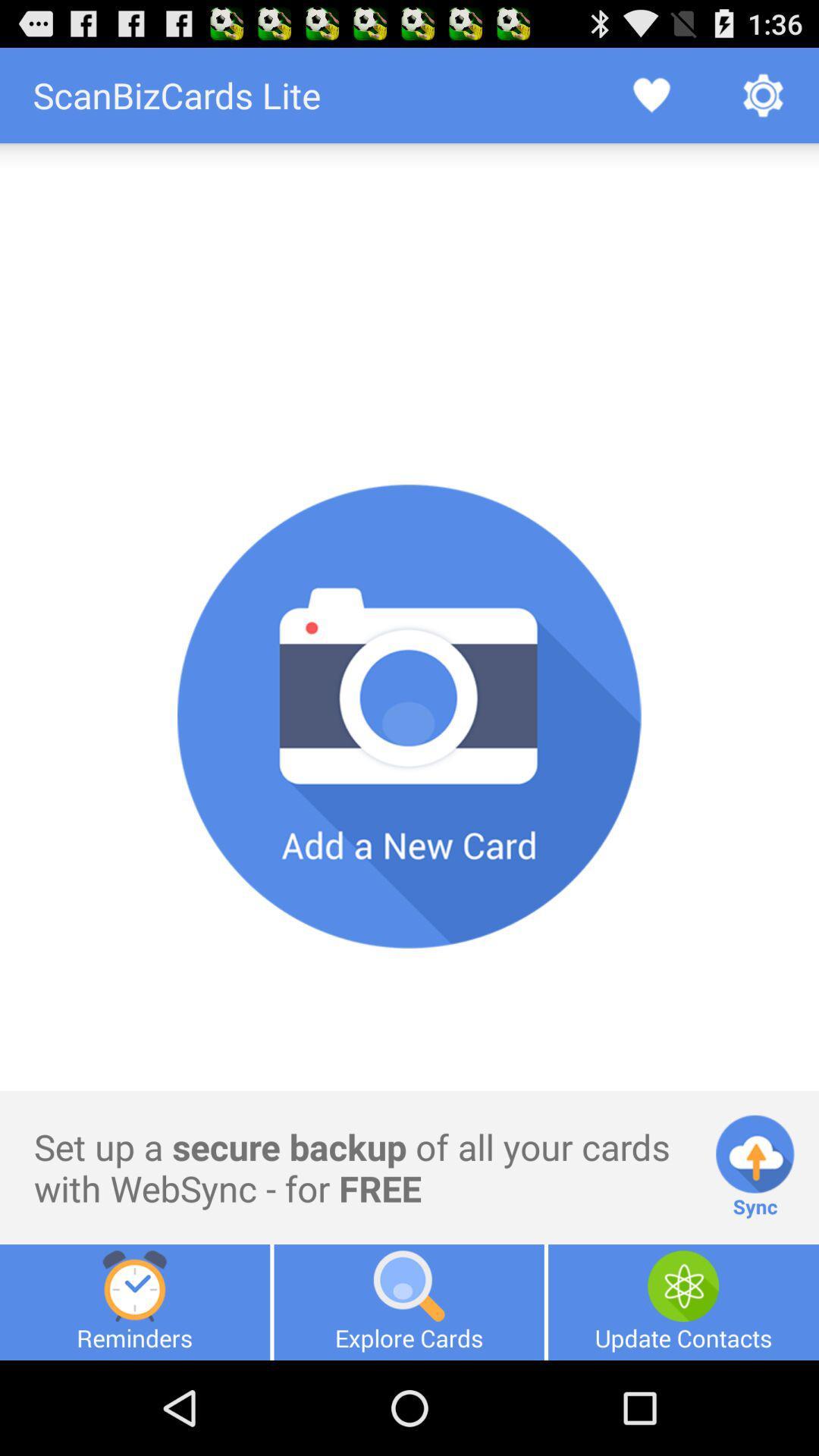 This screenshot has height=1456, width=819. I want to click on picture, so click(409, 716).